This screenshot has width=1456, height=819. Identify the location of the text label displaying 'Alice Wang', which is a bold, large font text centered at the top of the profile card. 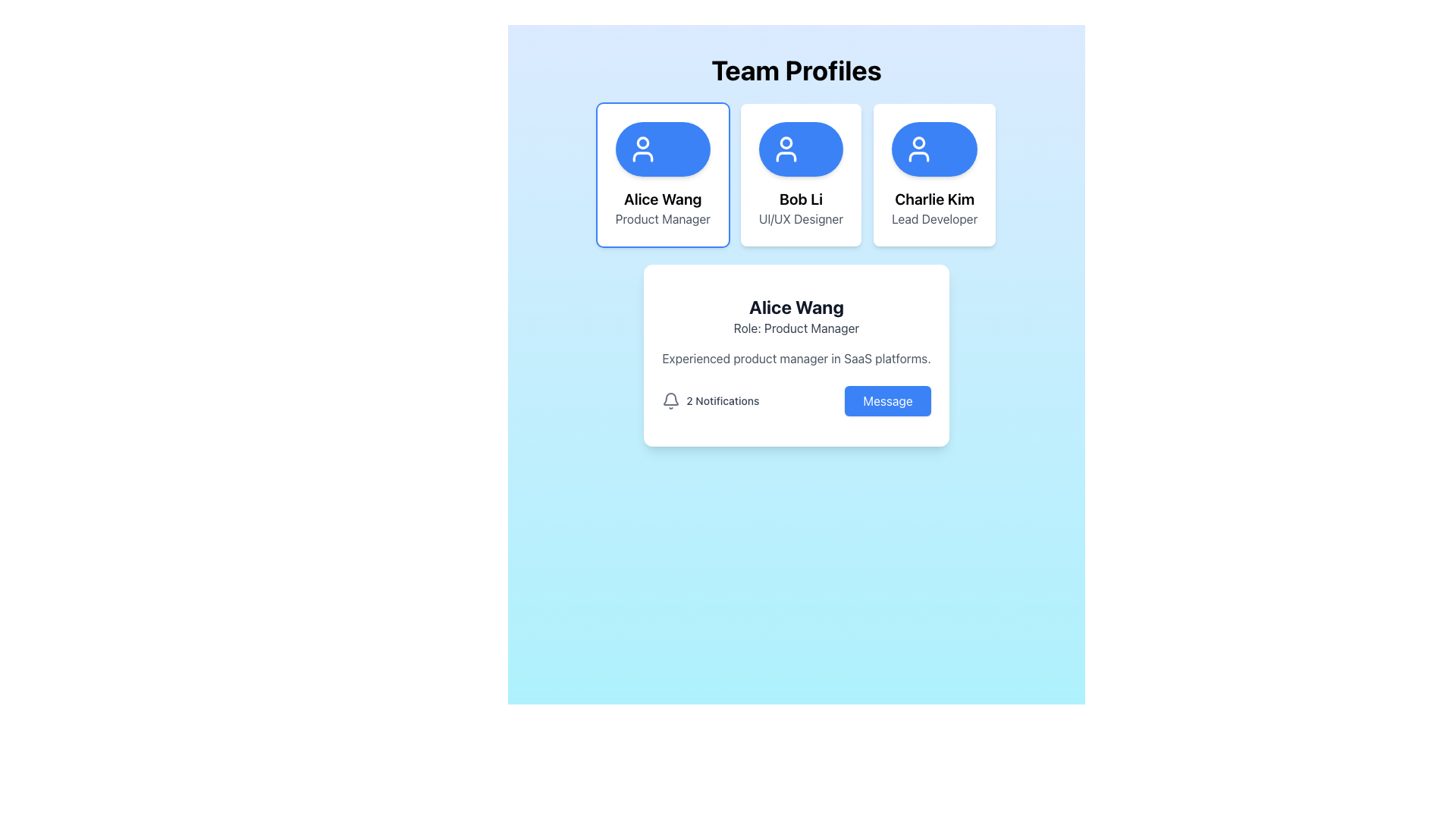
(795, 307).